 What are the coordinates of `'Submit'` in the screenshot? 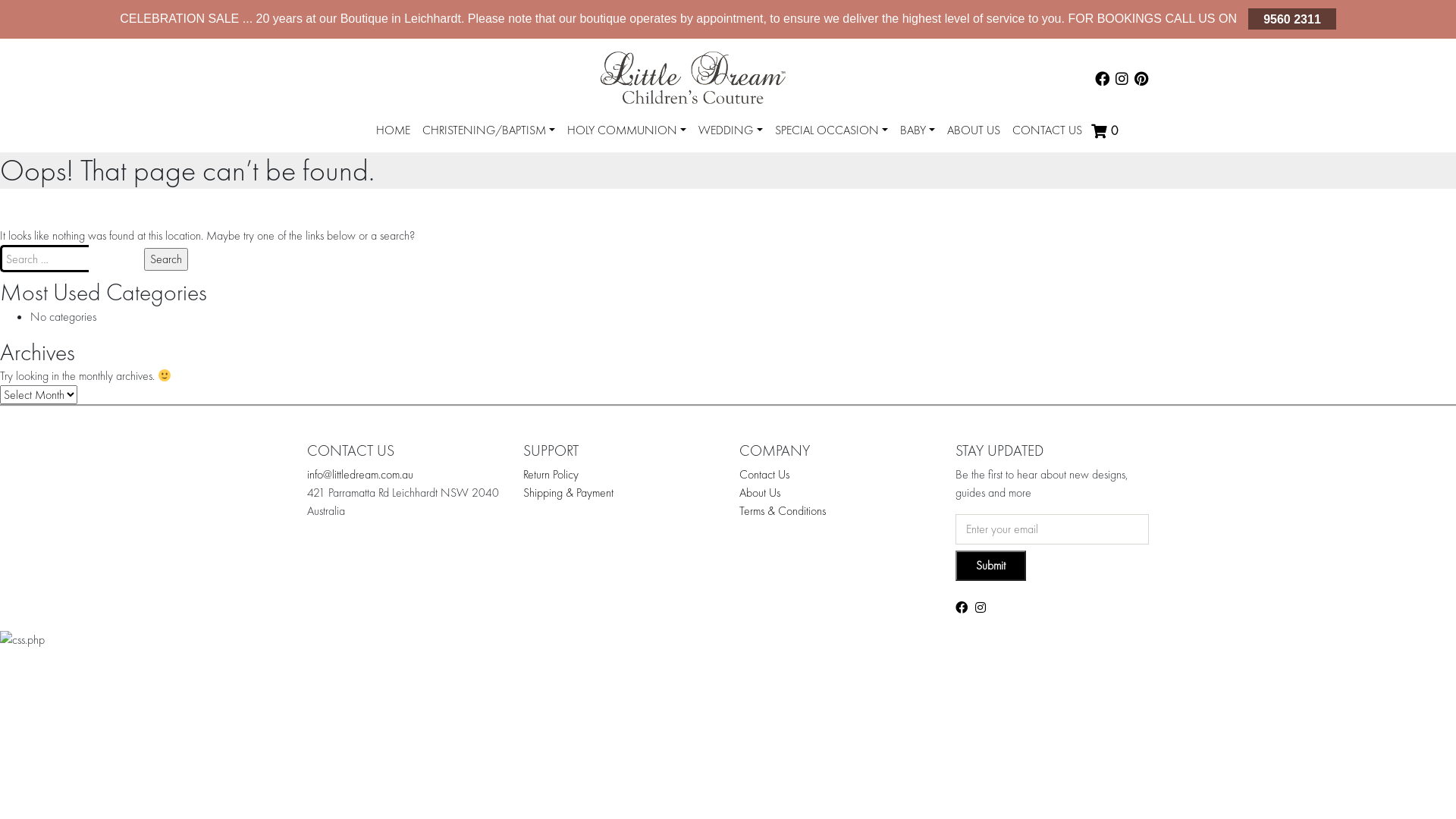 It's located at (990, 565).